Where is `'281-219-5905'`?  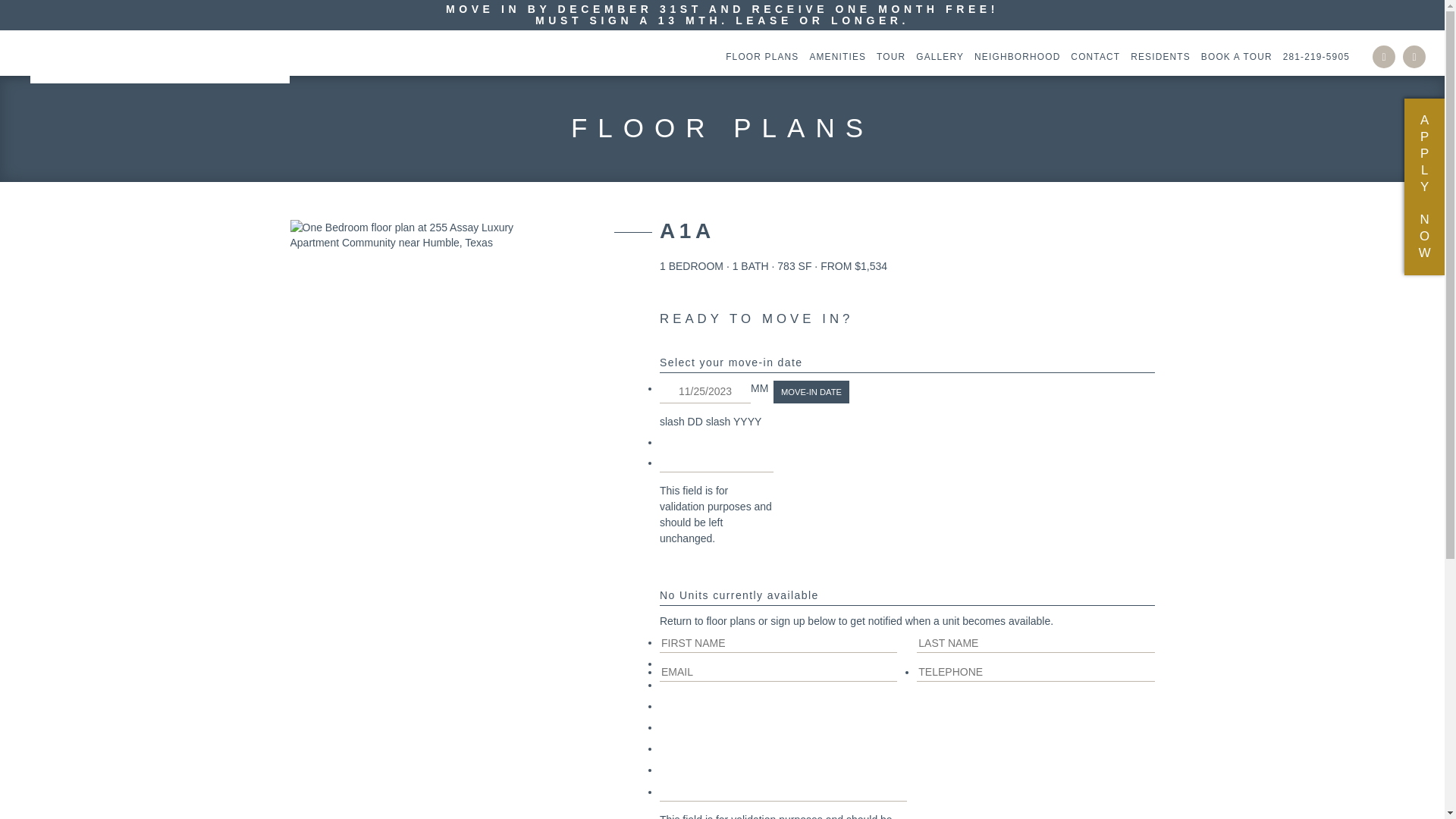
'281-219-5905' is located at coordinates (1312, 55).